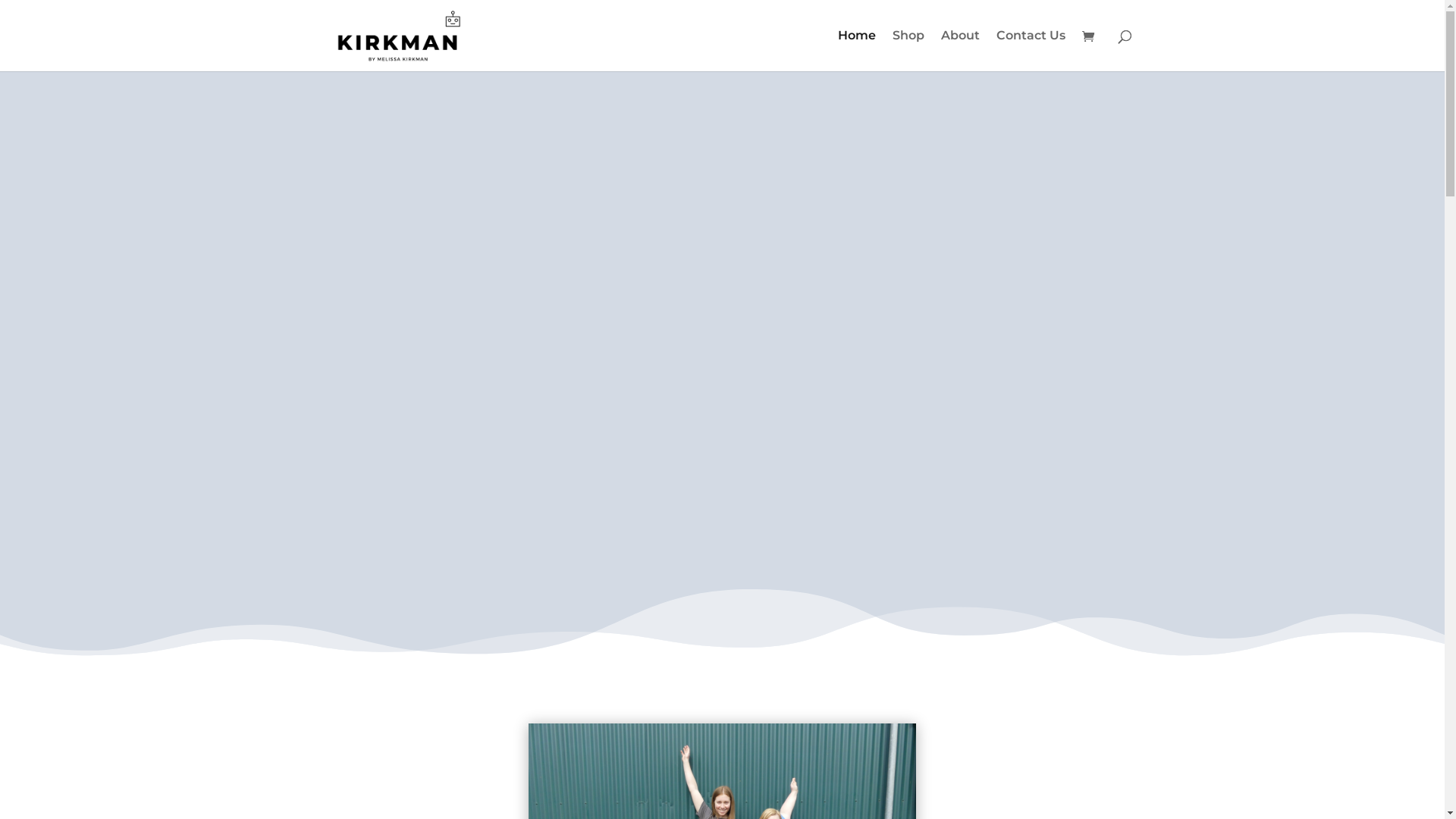 This screenshot has width=1456, height=819. Describe the element at coordinates (907, 49) in the screenshot. I see `'Shop'` at that location.